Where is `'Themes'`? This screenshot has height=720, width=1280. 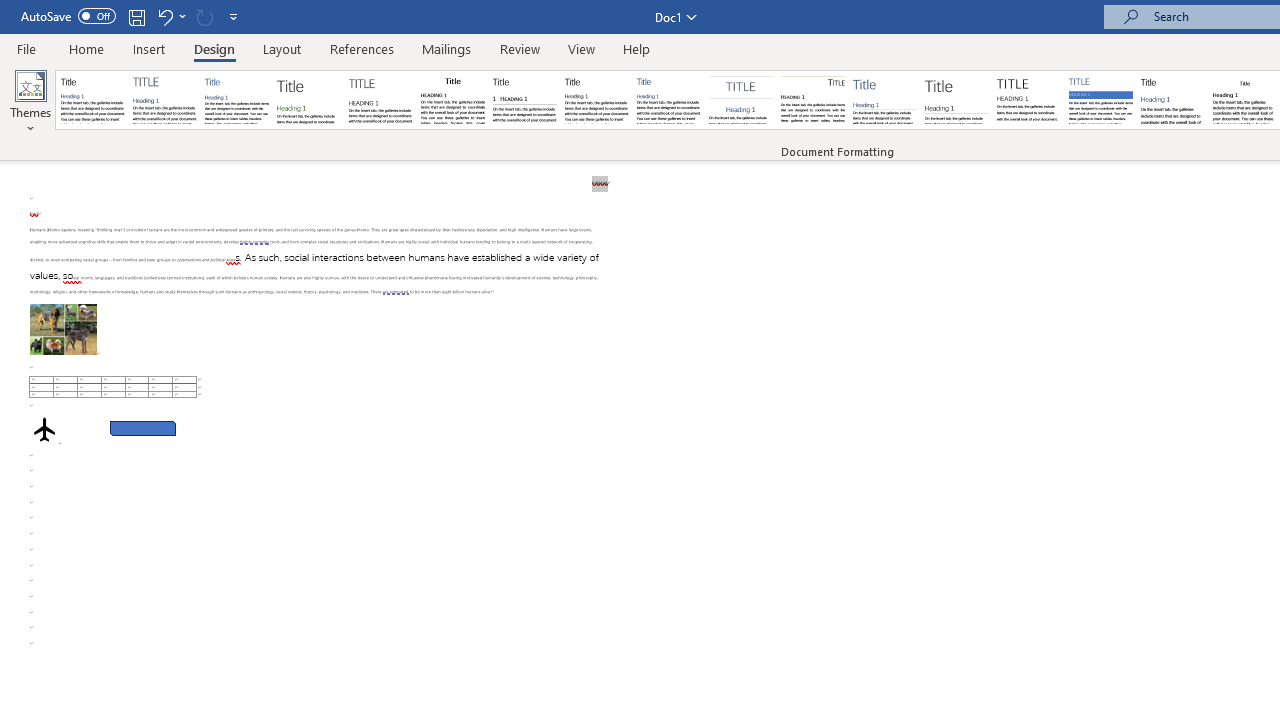 'Themes' is located at coordinates (30, 103).